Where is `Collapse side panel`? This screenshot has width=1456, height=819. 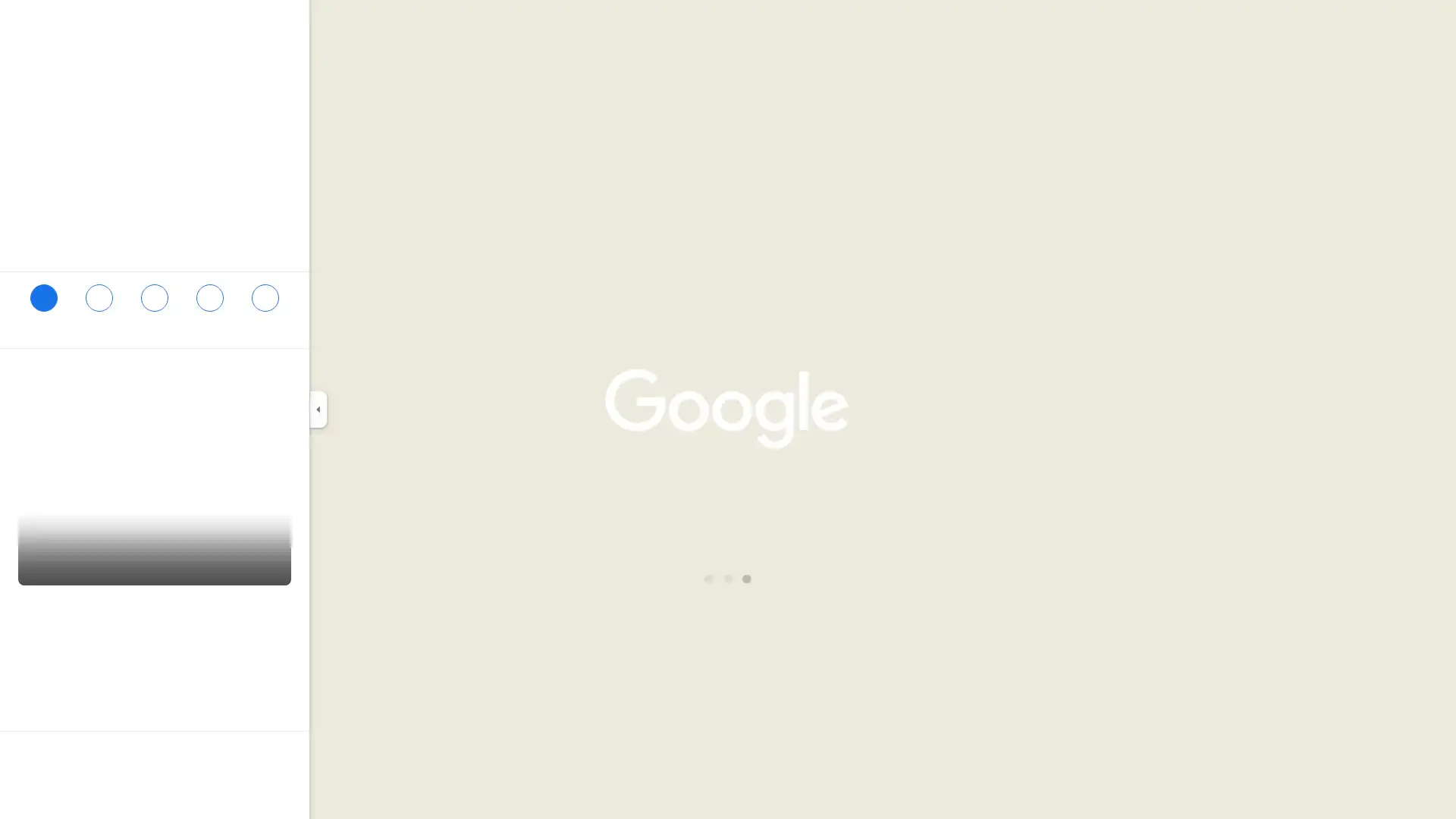 Collapse side panel is located at coordinates (317, 409).